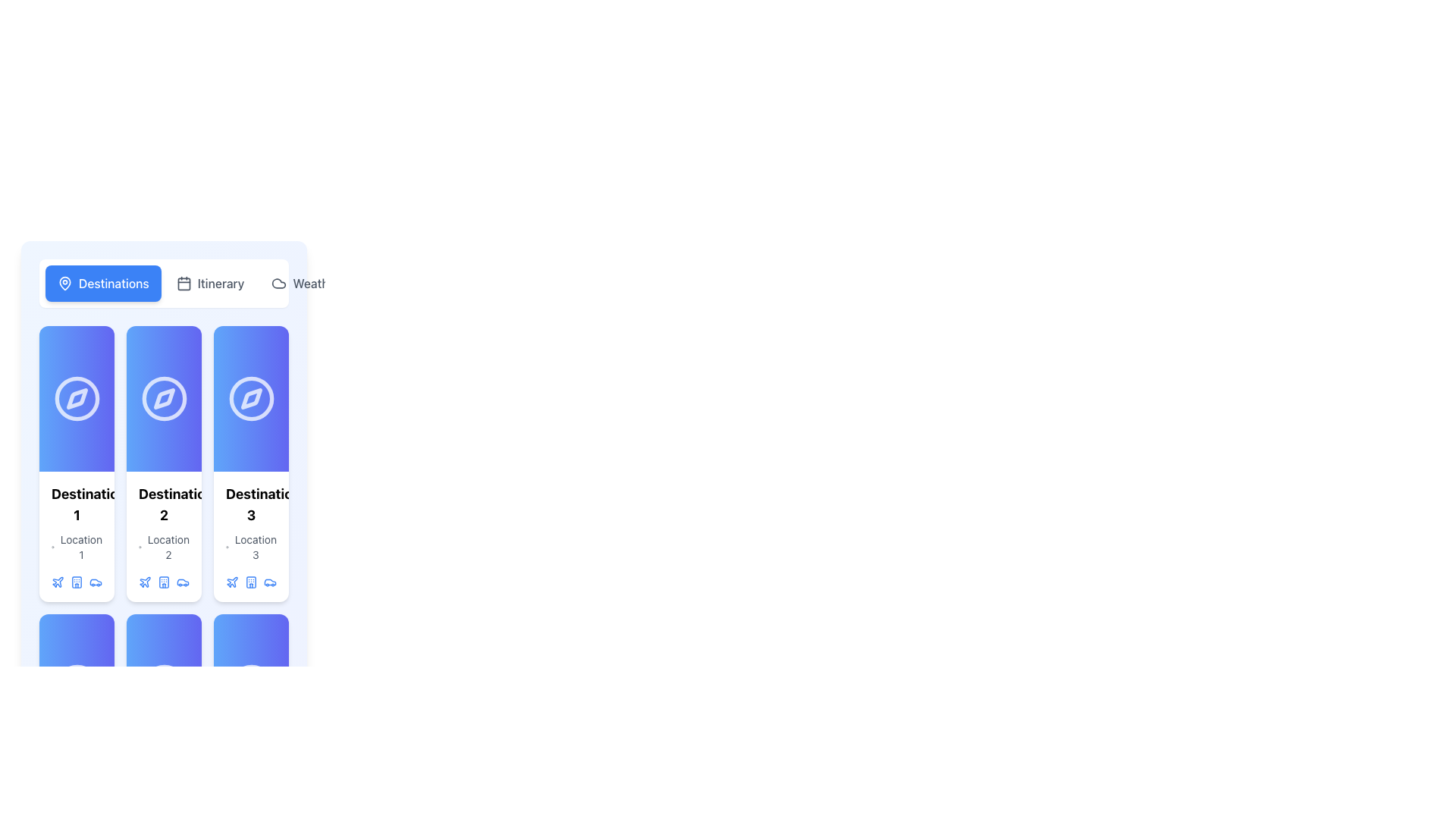 Image resolution: width=1456 pixels, height=819 pixels. Describe the element at coordinates (251, 581) in the screenshot. I see `the blue hotel building icon, which is the second icon in the 'Destinations' panel labeled 'Destination 3'` at that location.